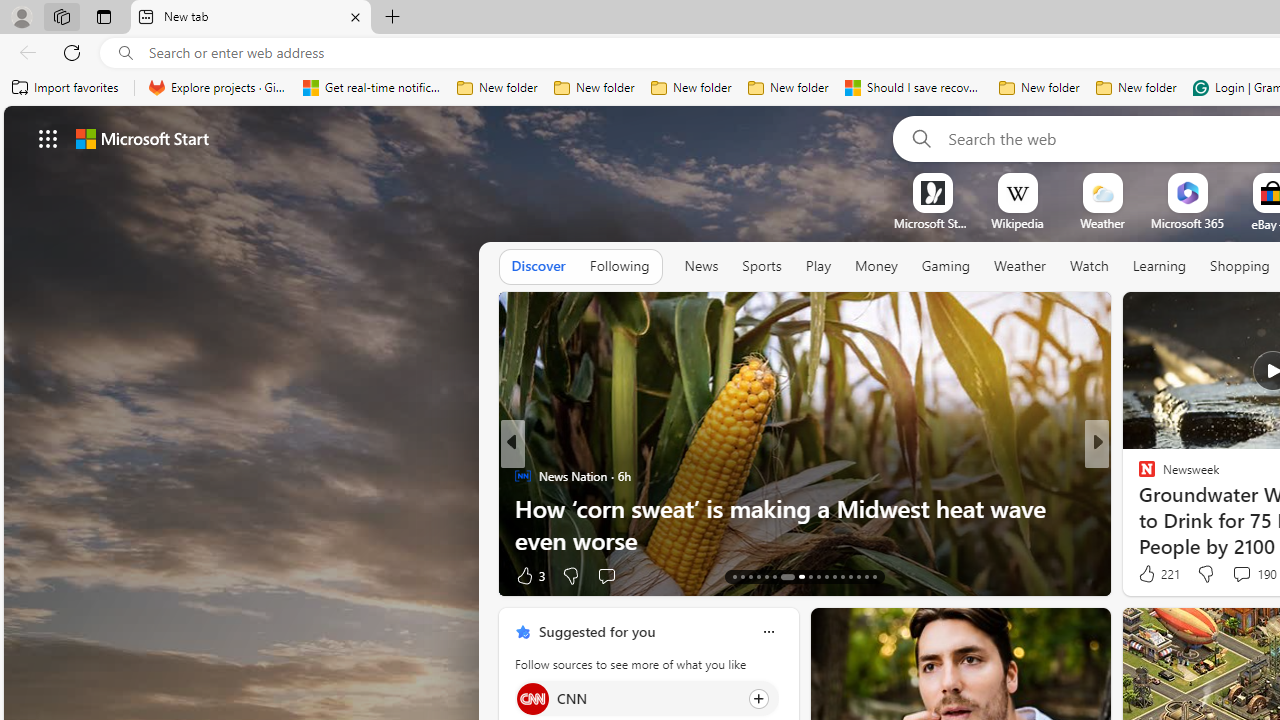 The height and width of the screenshot is (720, 1280). I want to click on '583 Like', so click(1152, 575).